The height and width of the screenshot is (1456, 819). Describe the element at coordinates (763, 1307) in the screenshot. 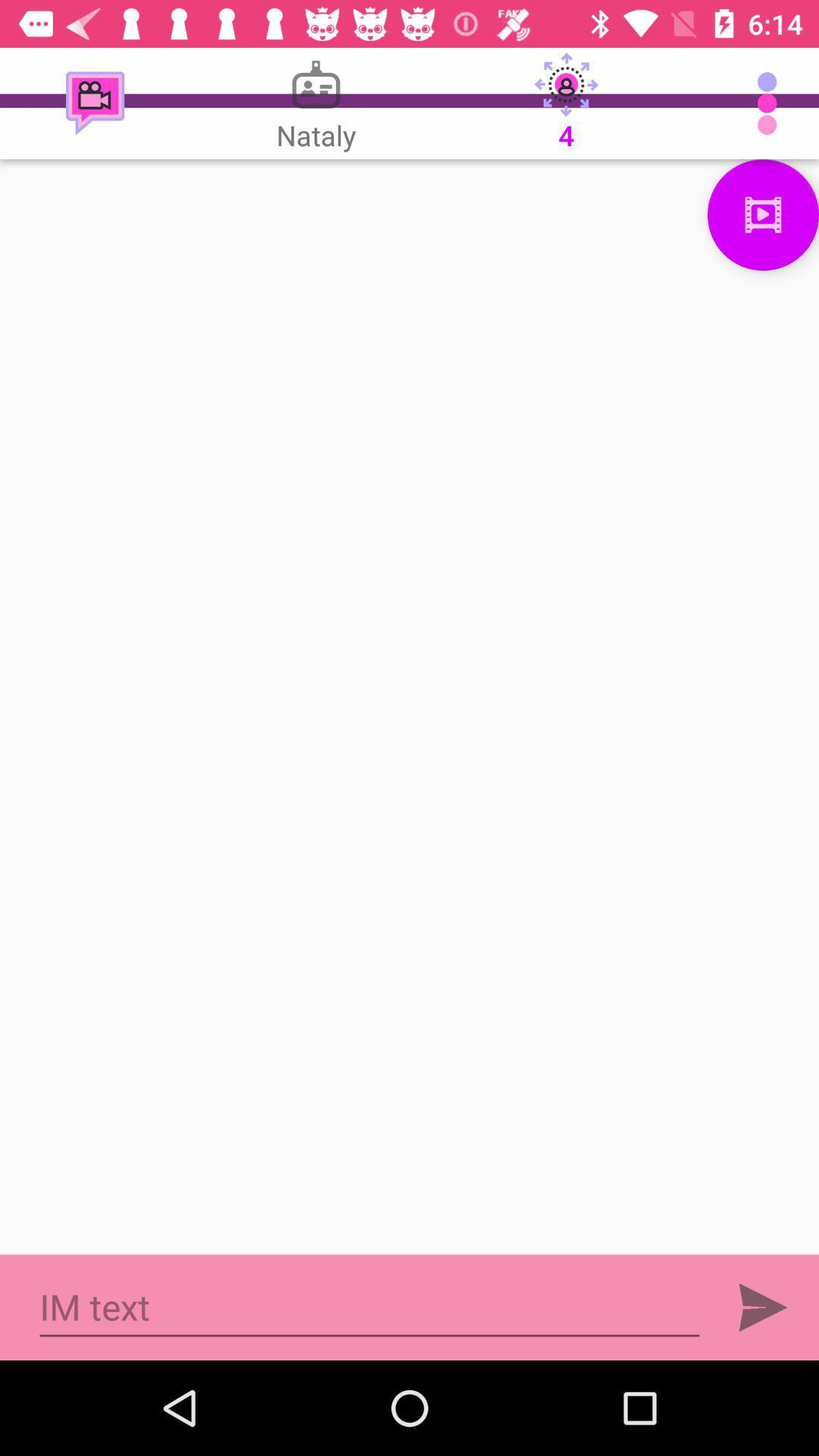

I see `sent button` at that location.